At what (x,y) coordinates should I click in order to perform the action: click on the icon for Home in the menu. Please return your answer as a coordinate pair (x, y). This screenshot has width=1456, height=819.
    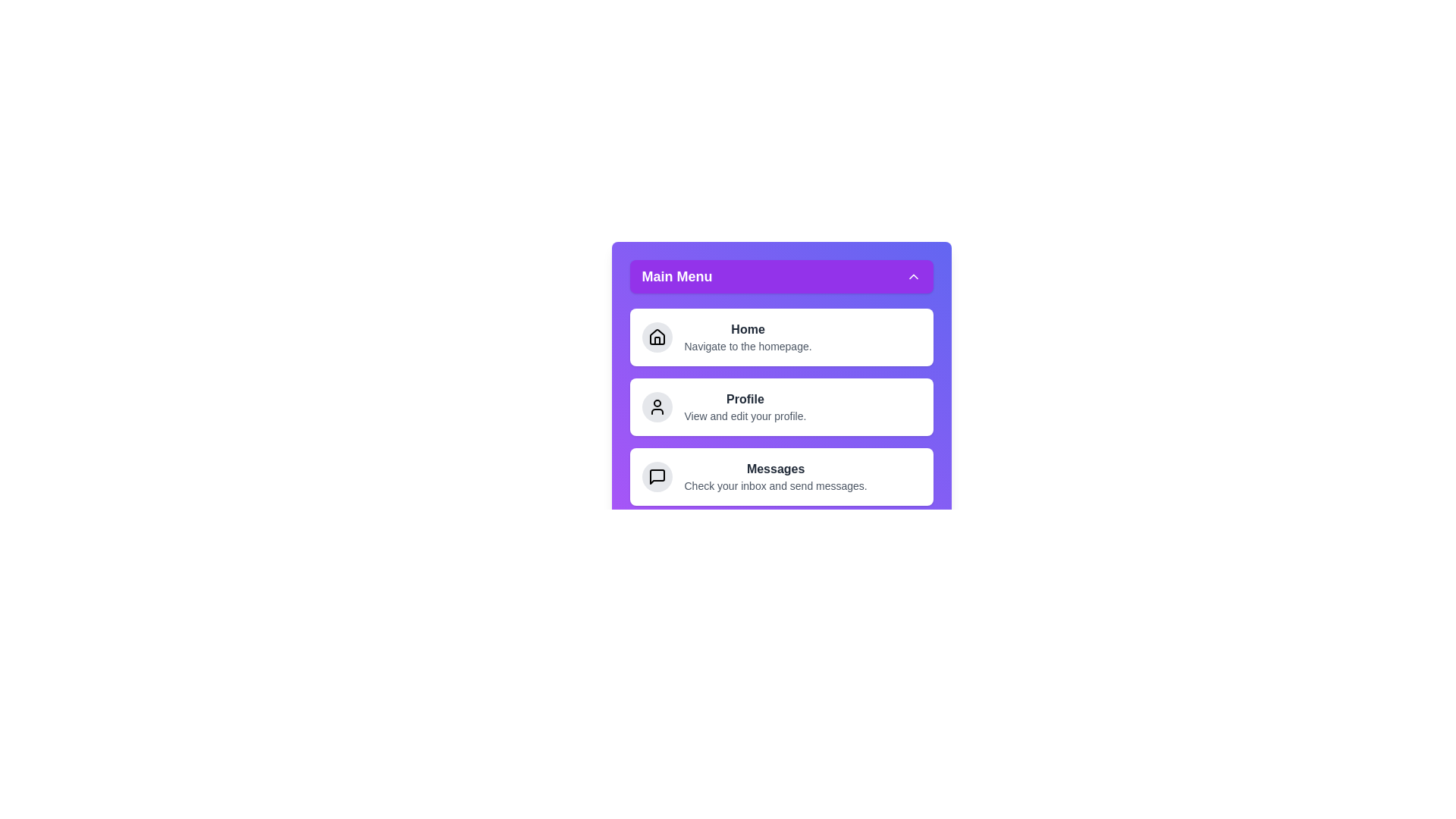
    Looking at the image, I should click on (657, 336).